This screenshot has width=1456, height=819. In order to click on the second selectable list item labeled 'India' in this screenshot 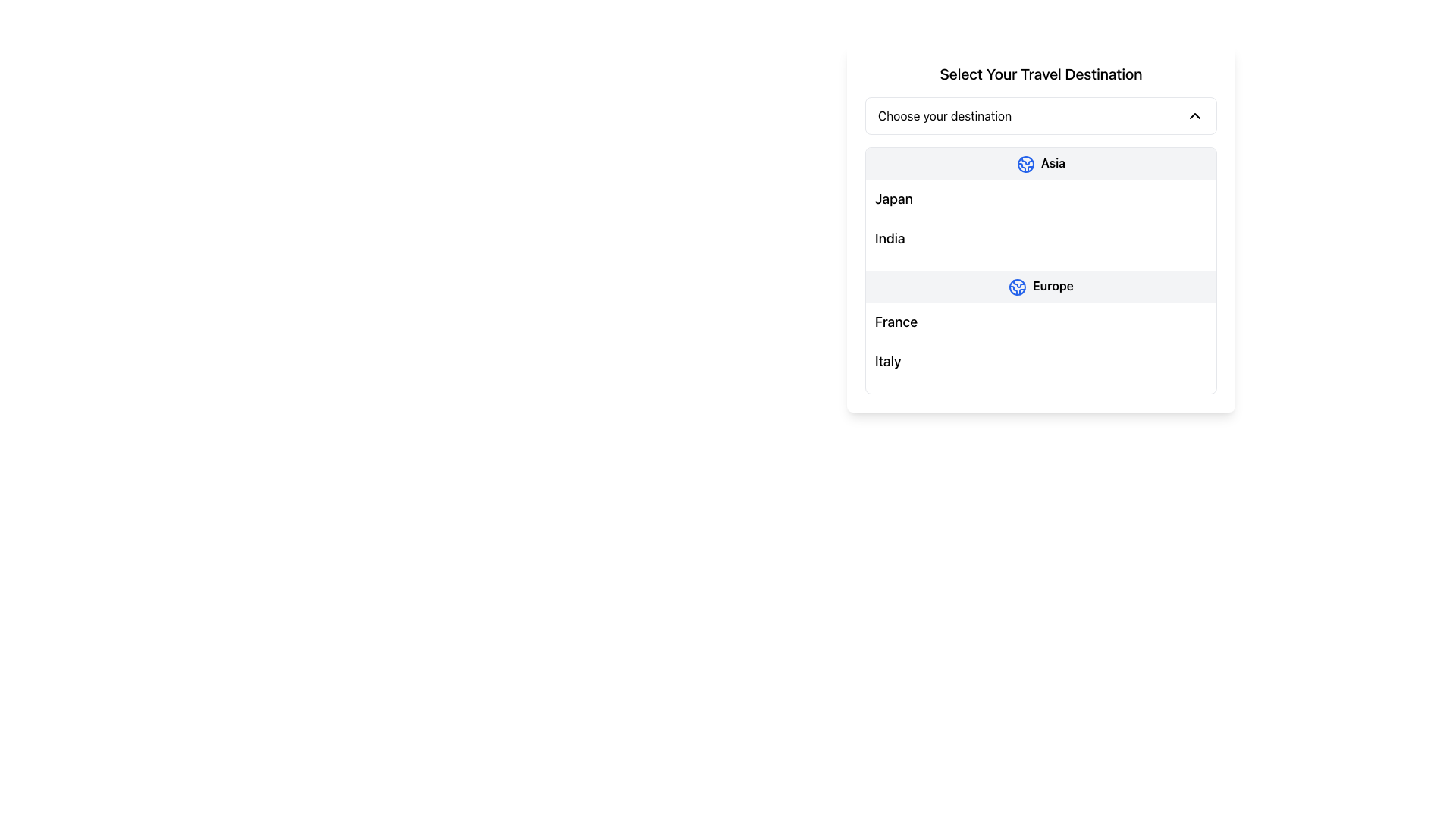, I will do `click(1040, 237)`.